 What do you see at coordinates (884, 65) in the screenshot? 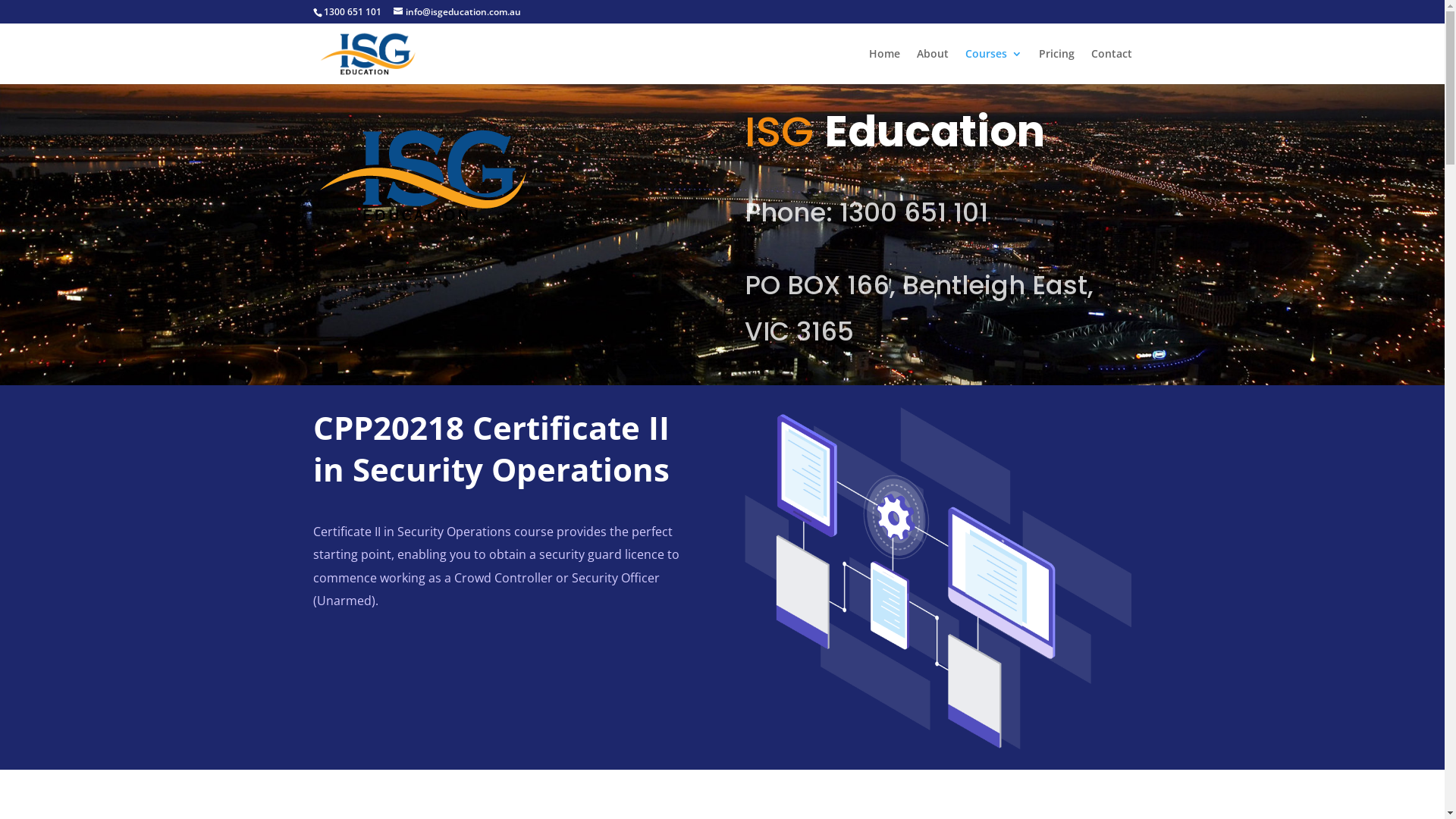
I see `'Home'` at bounding box center [884, 65].